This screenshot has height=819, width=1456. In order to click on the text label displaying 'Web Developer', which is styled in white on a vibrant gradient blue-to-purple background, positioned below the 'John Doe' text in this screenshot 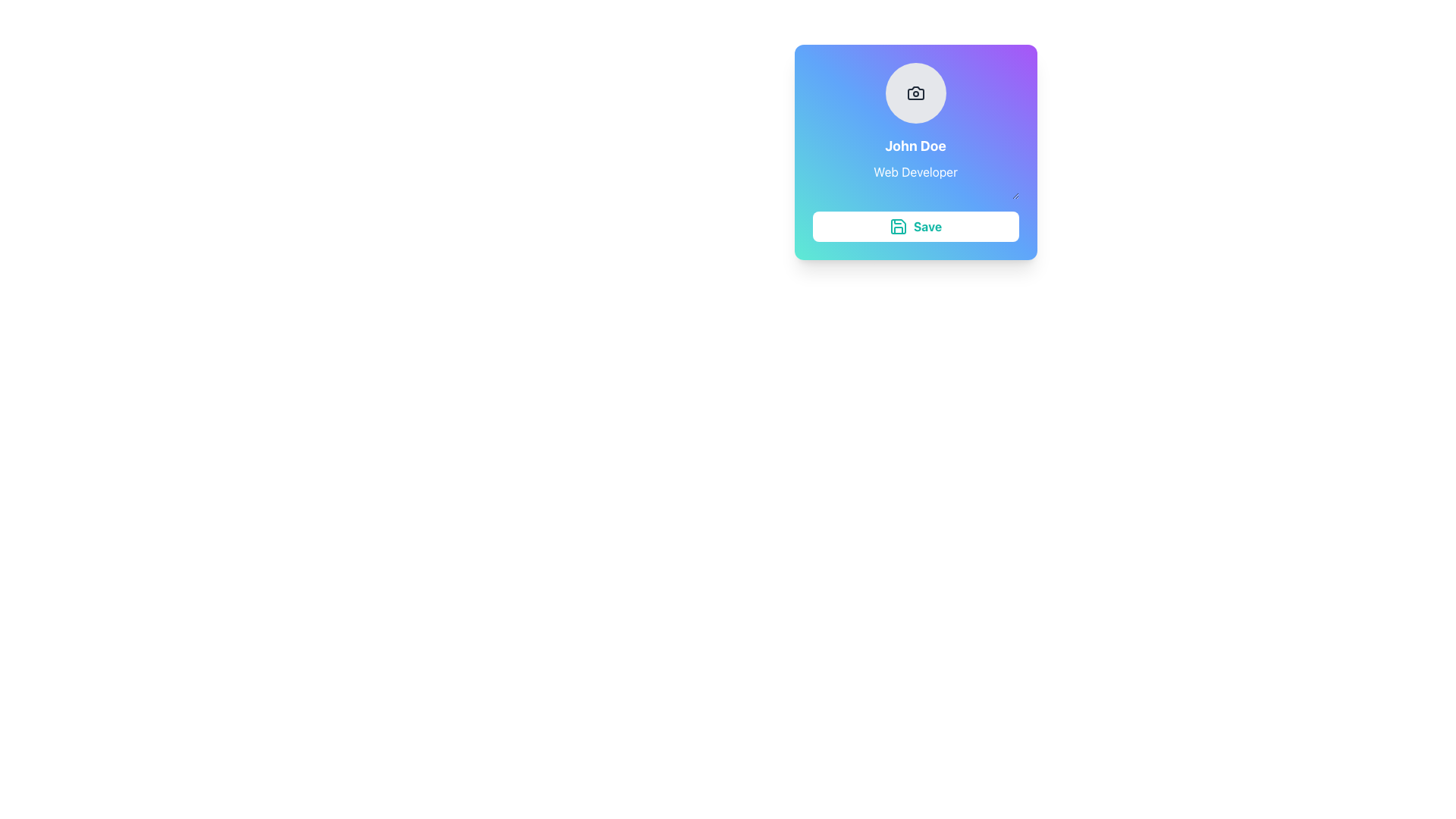, I will do `click(915, 180)`.